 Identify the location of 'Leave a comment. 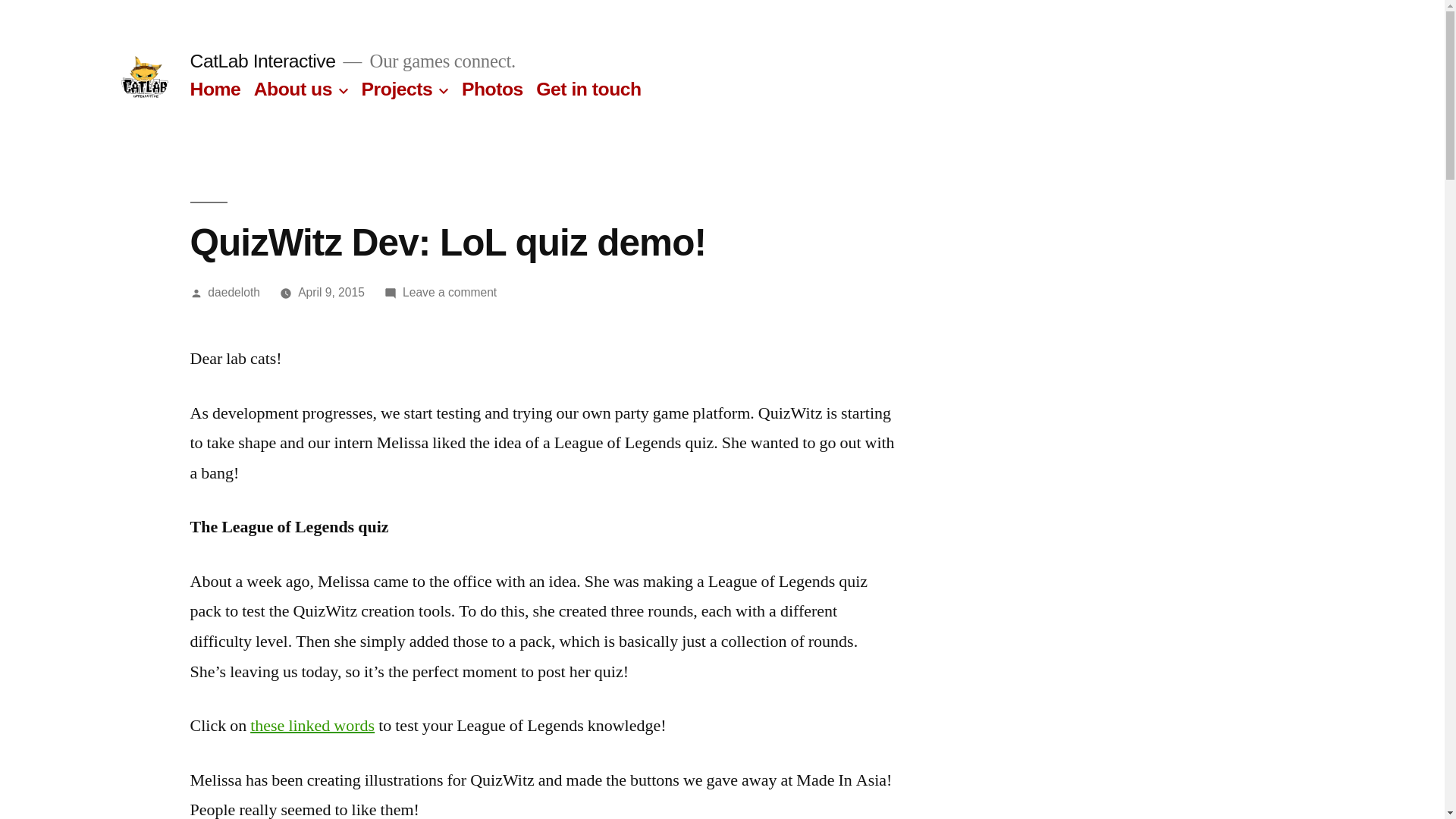
(403, 292).